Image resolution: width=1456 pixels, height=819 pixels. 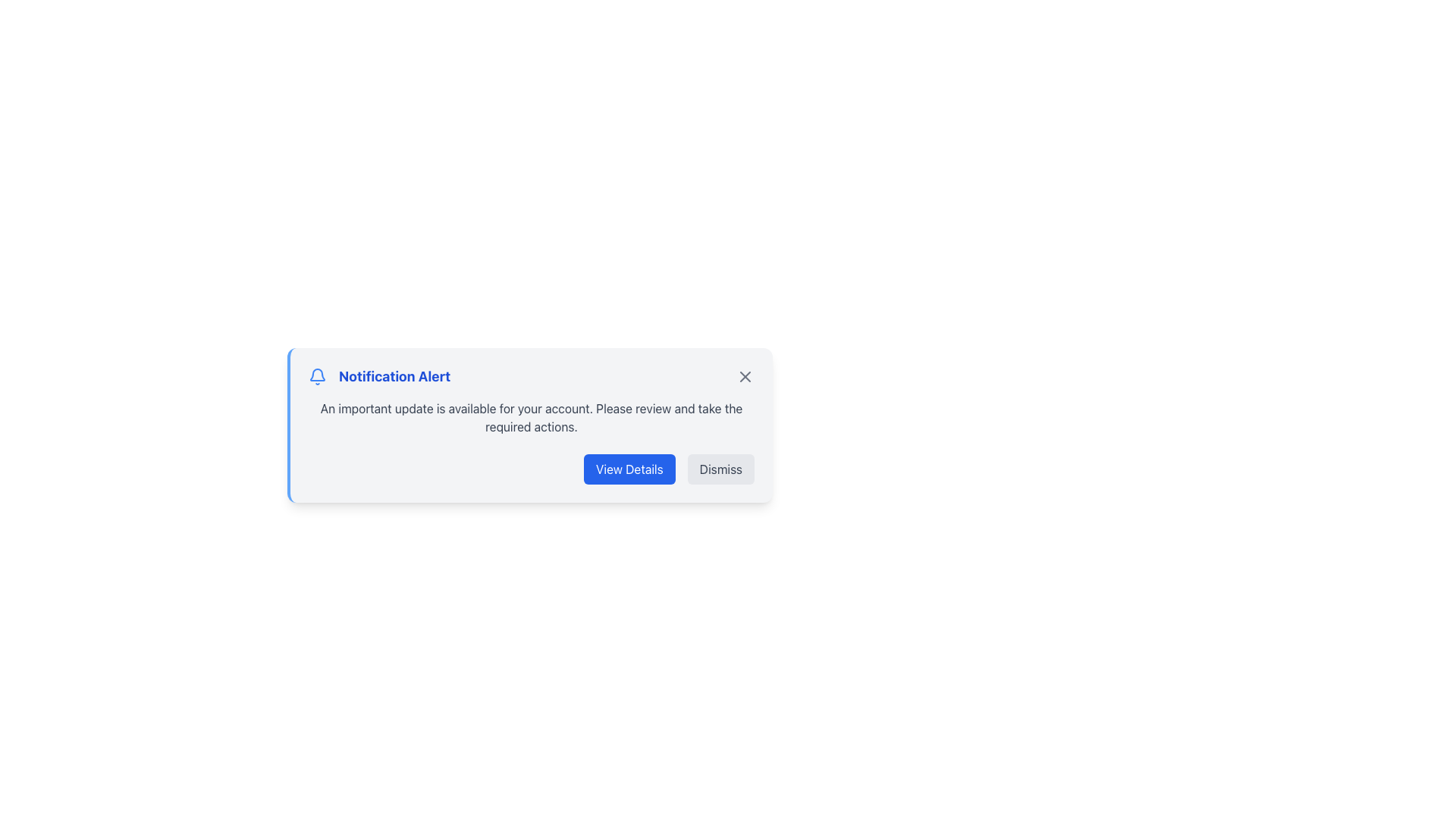 What do you see at coordinates (745, 376) in the screenshot?
I see `the close icon located in the top-right corner of the notification dialog box` at bounding box center [745, 376].